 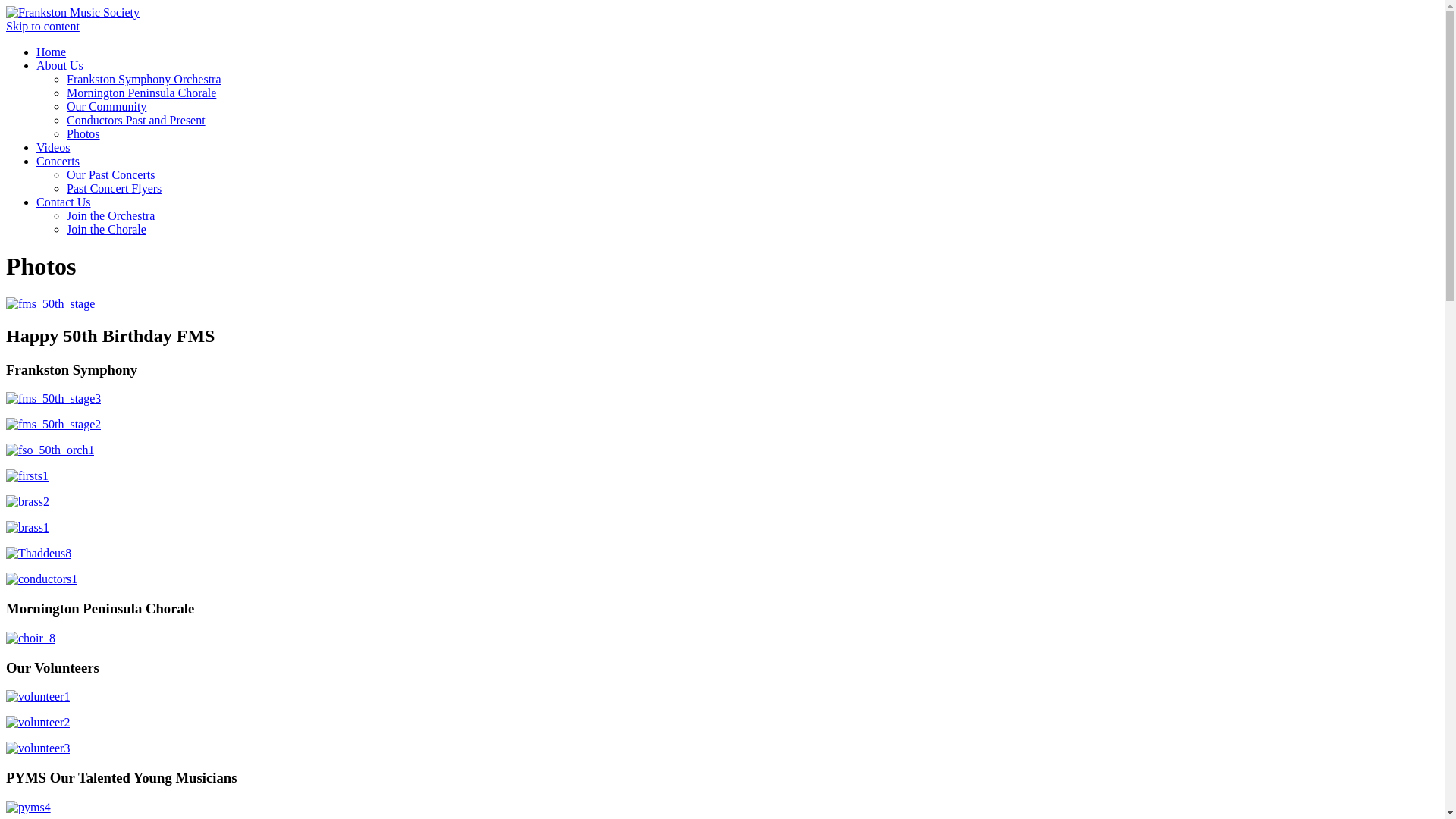 I want to click on 'Concerts', so click(x=58, y=161).